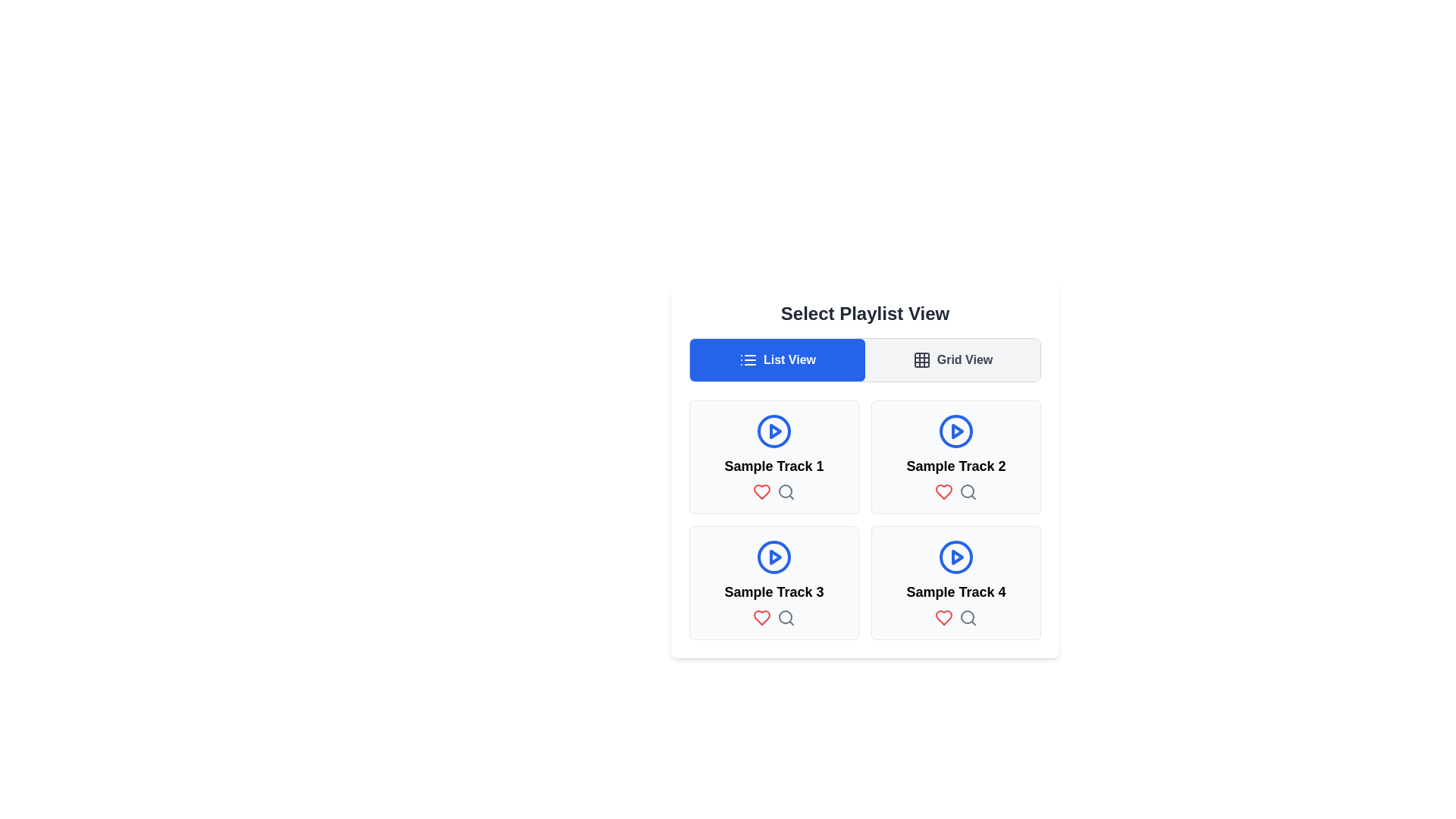 The width and height of the screenshot is (1456, 819). I want to click on the text label displaying 'Sample Track 3', which is located in the lower row of a grid layout, specifically in the left cell of the second row, and is visually prominent with a bold font style, so click(774, 591).